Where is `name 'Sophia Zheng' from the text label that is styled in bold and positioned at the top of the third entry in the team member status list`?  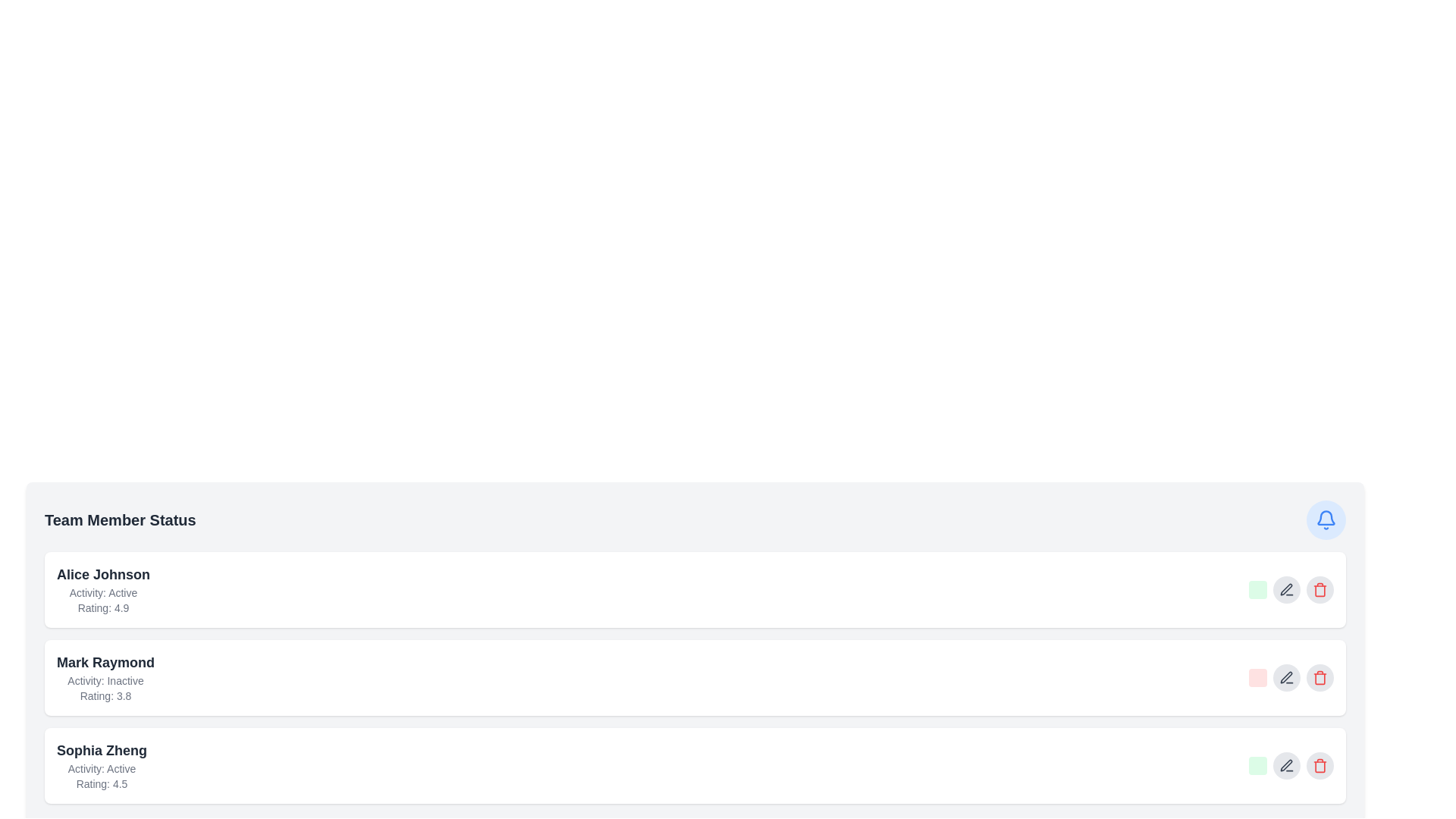
name 'Sophia Zheng' from the text label that is styled in bold and positioned at the top of the third entry in the team member status list is located at coordinates (101, 751).